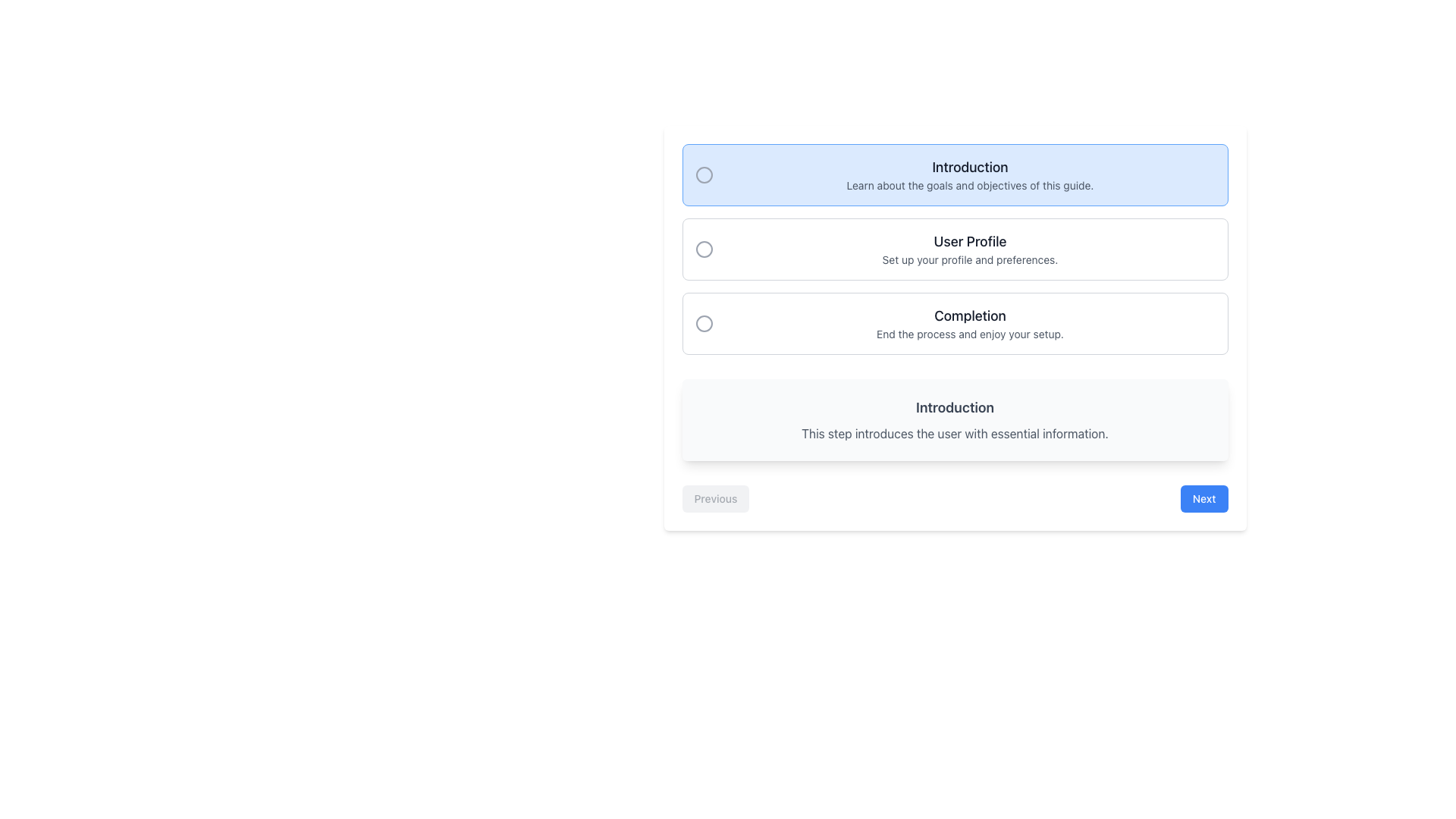 This screenshot has width=1456, height=819. I want to click on the Text Label styled with smaller gray text located below the bolded heading 'Introduction', so click(954, 433).